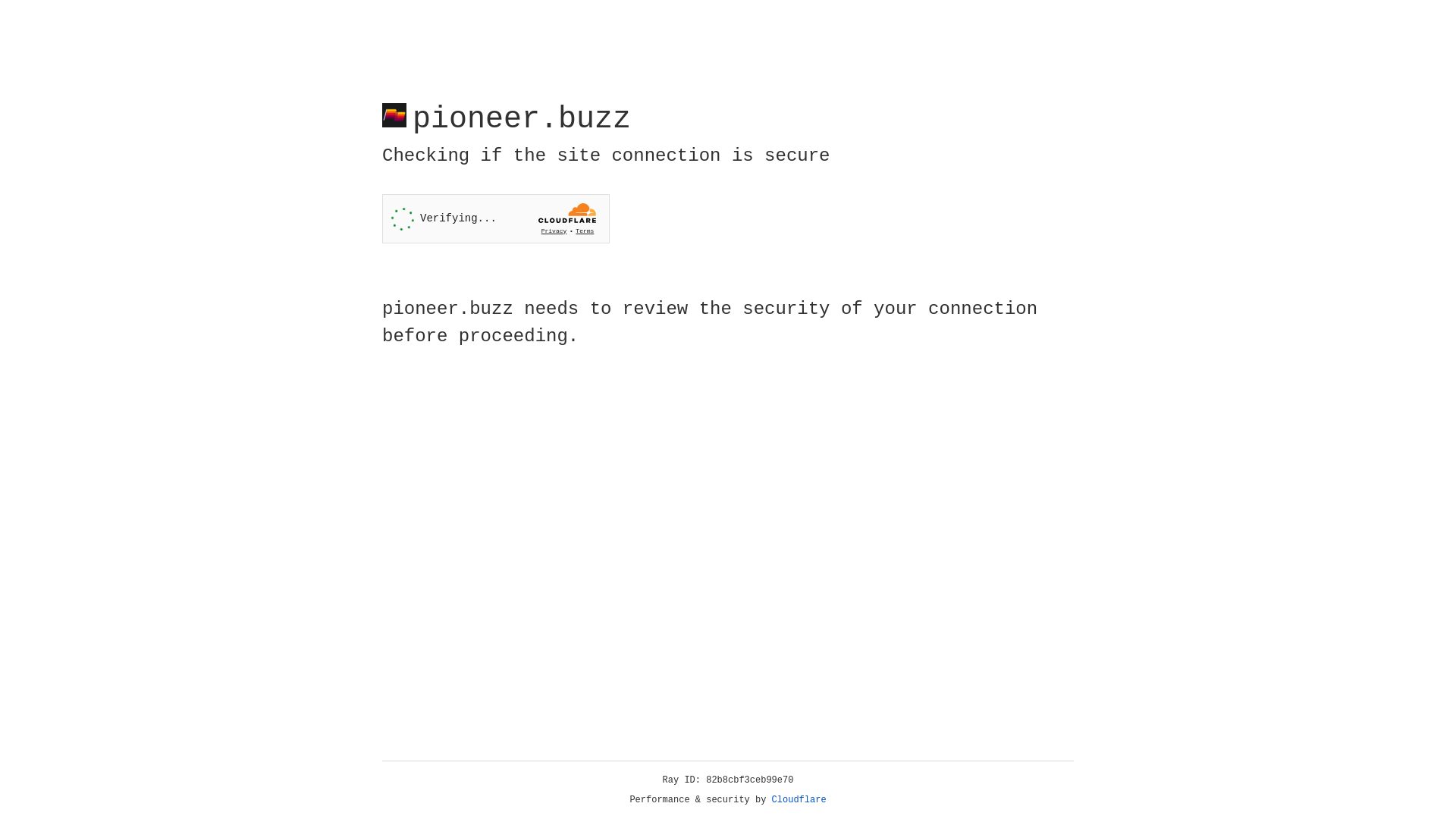 This screenshot has width=1456, height=819. Describe the element at coordinates (799, 799) in the screenshot. I see `'Cloudflare'` at that location.